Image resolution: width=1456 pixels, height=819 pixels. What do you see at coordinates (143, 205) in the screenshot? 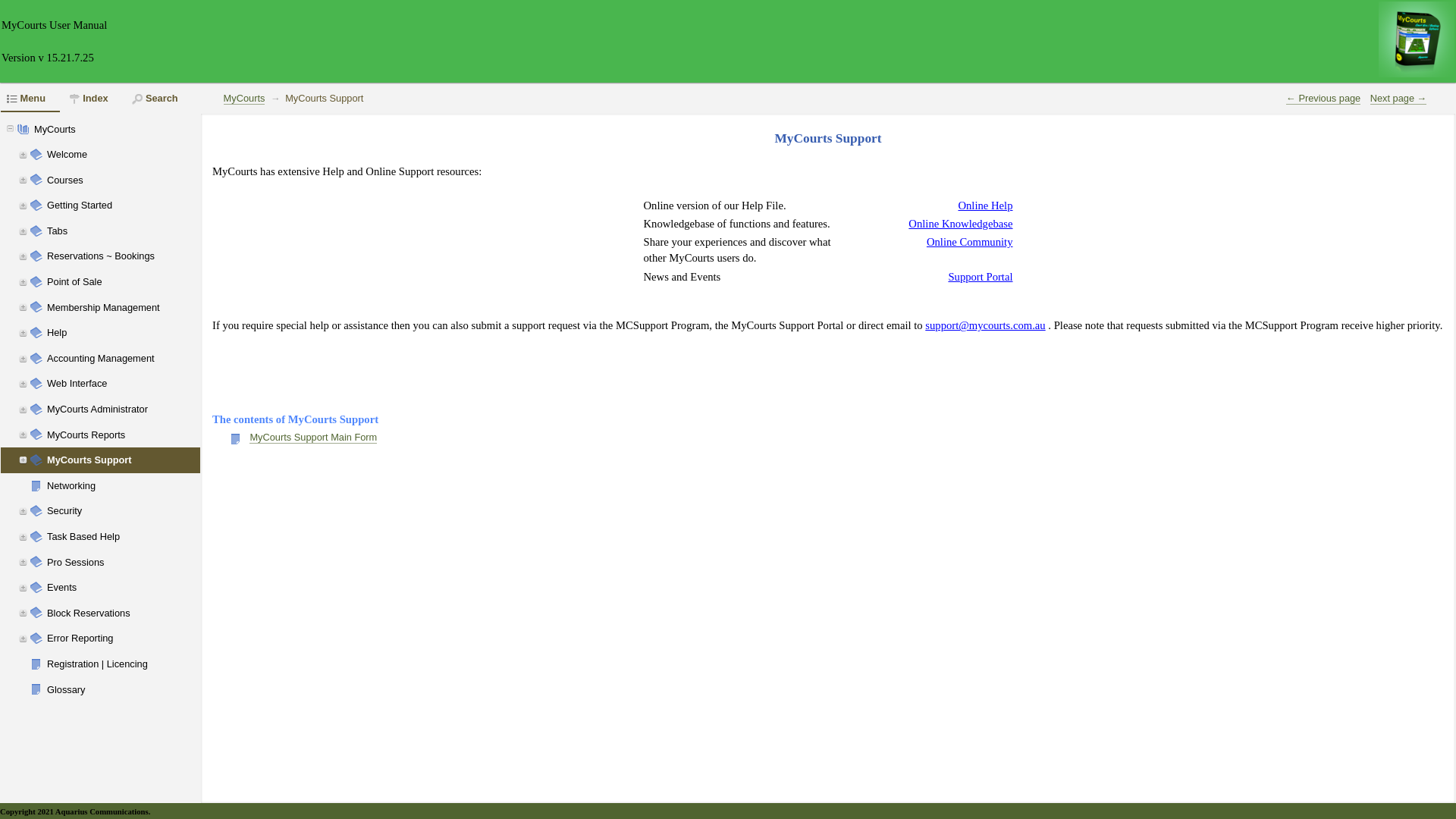
I see `'Getting Started'` at bounding box center [143, 205].